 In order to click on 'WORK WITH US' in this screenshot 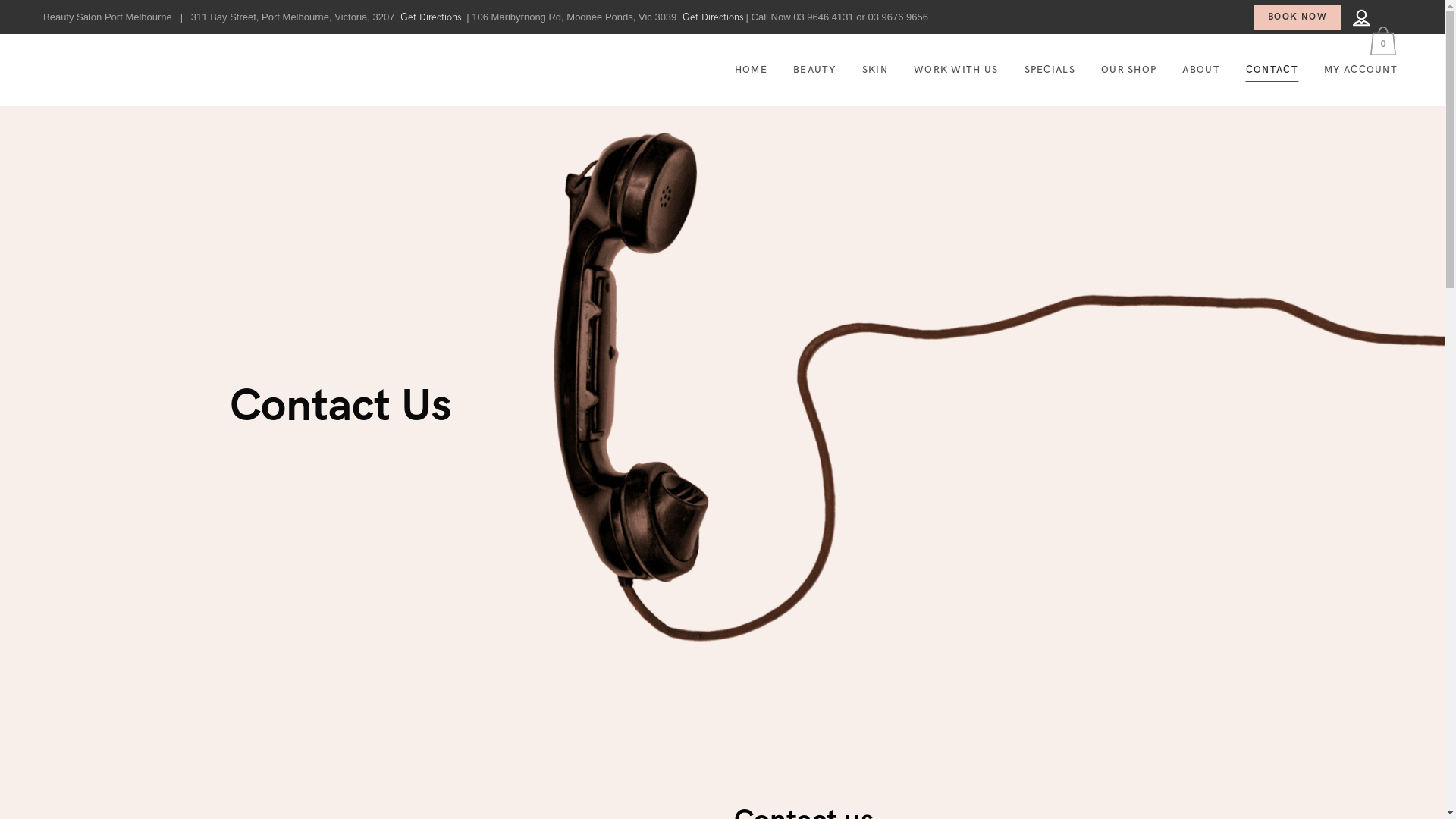, I will do `click(955, 70)`.